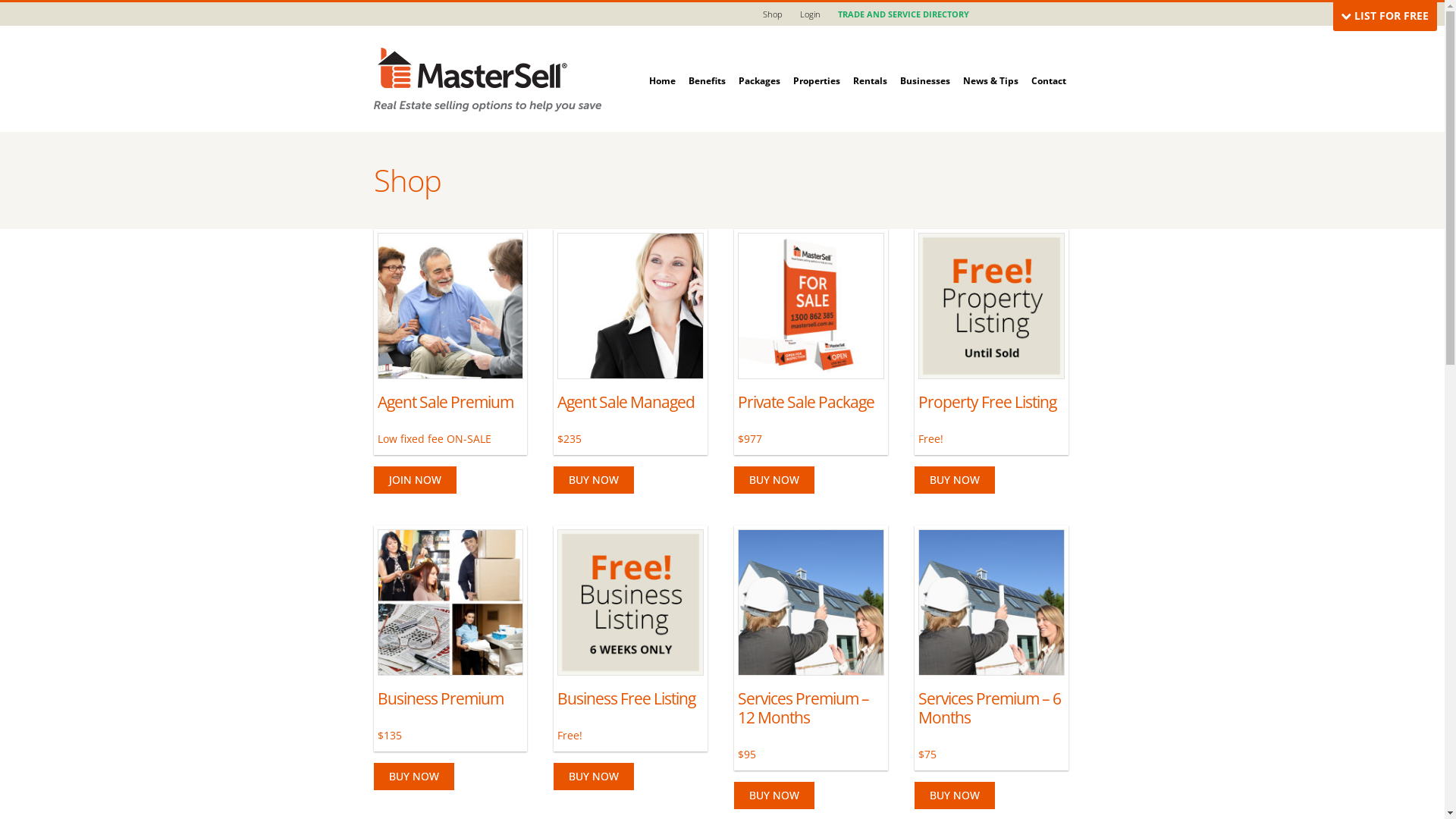 The width and height of the screenshot is (1456, 819). Describe the element at coordinates (815, 64) in the screenshot. I see `'Properties'` at that location.